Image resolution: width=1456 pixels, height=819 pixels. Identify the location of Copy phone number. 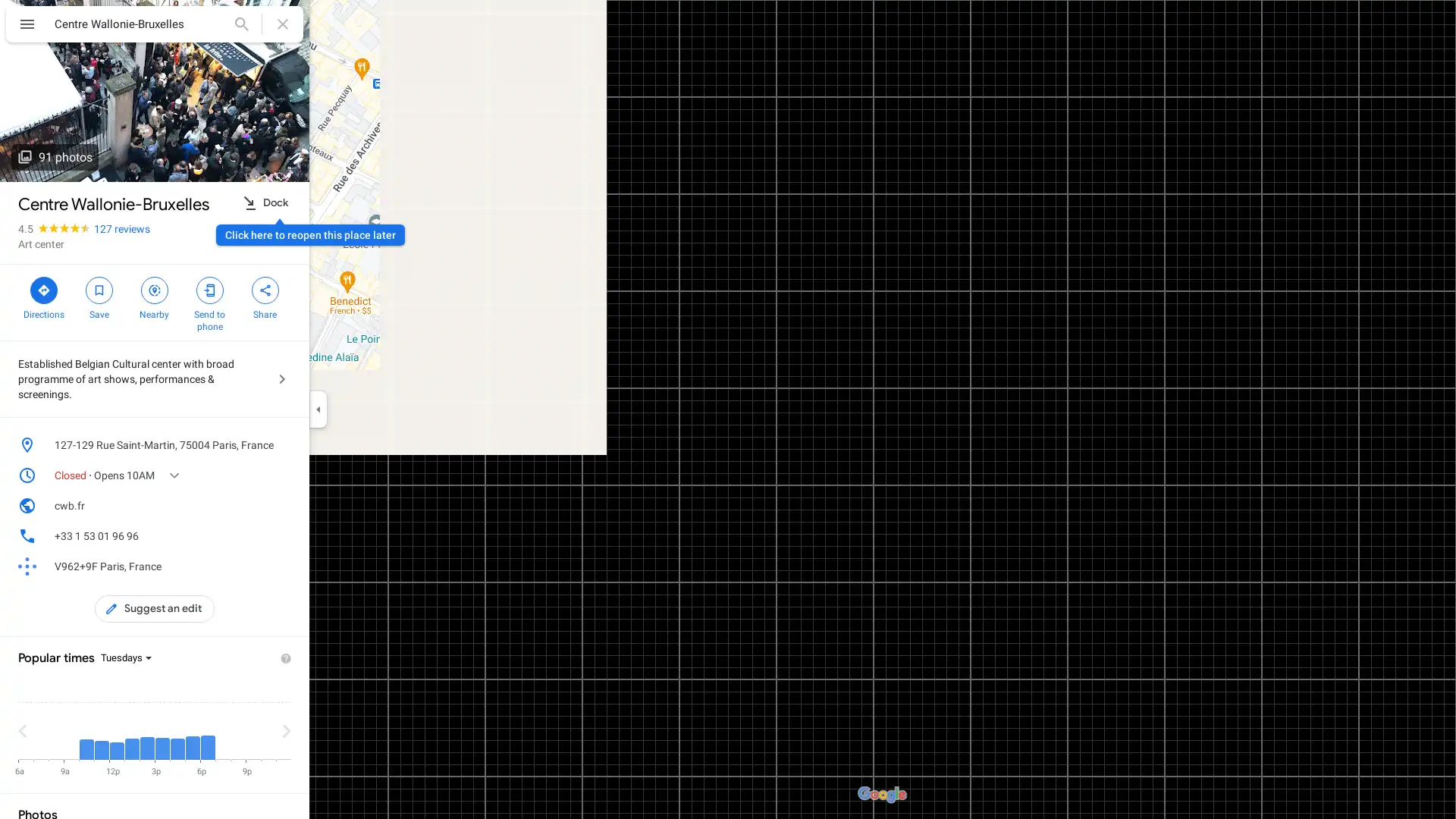
(261, 535).